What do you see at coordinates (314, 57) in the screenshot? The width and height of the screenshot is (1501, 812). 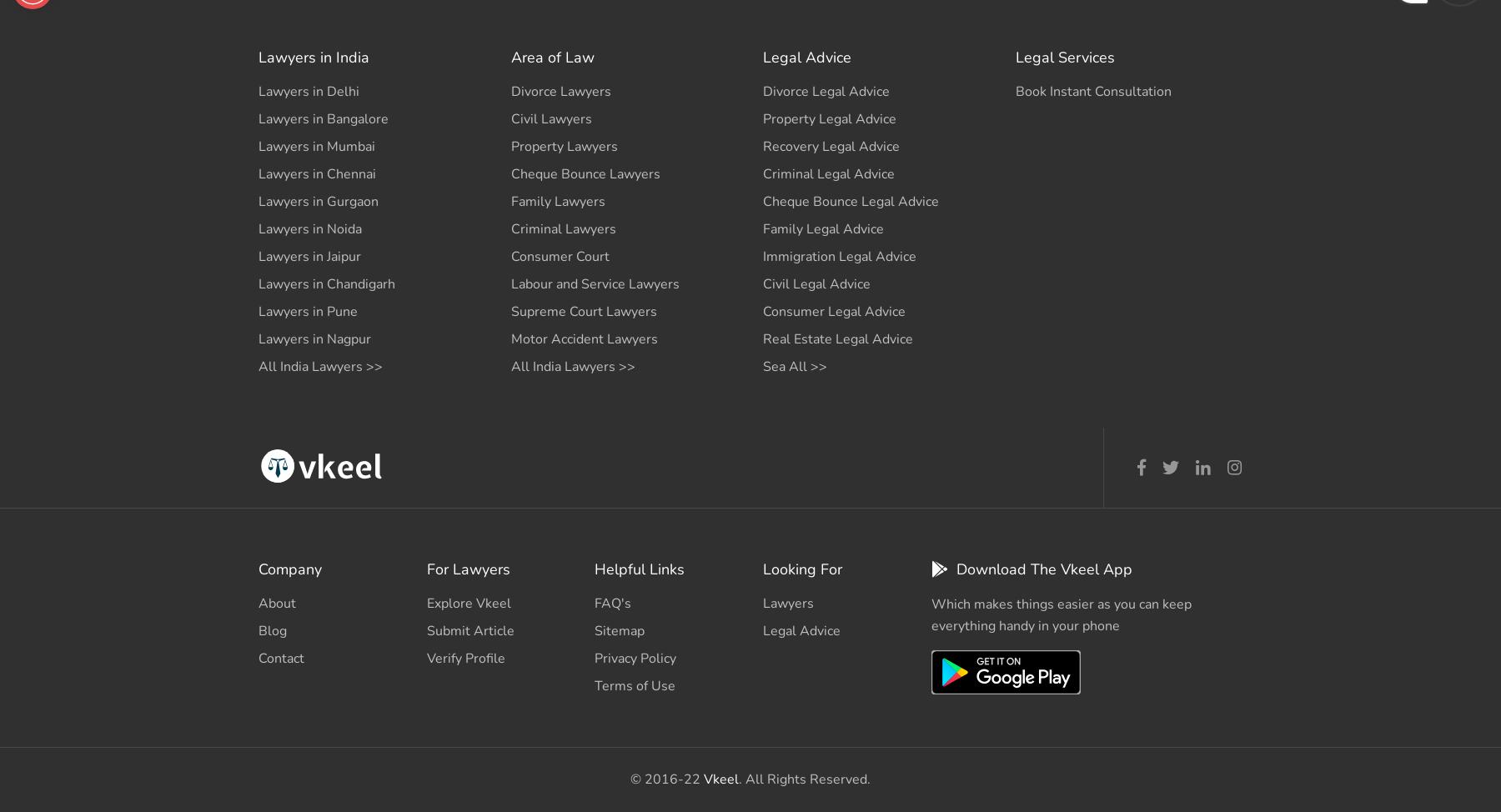 I see `'Lawyers in India'` at bounding box center [314, 57].